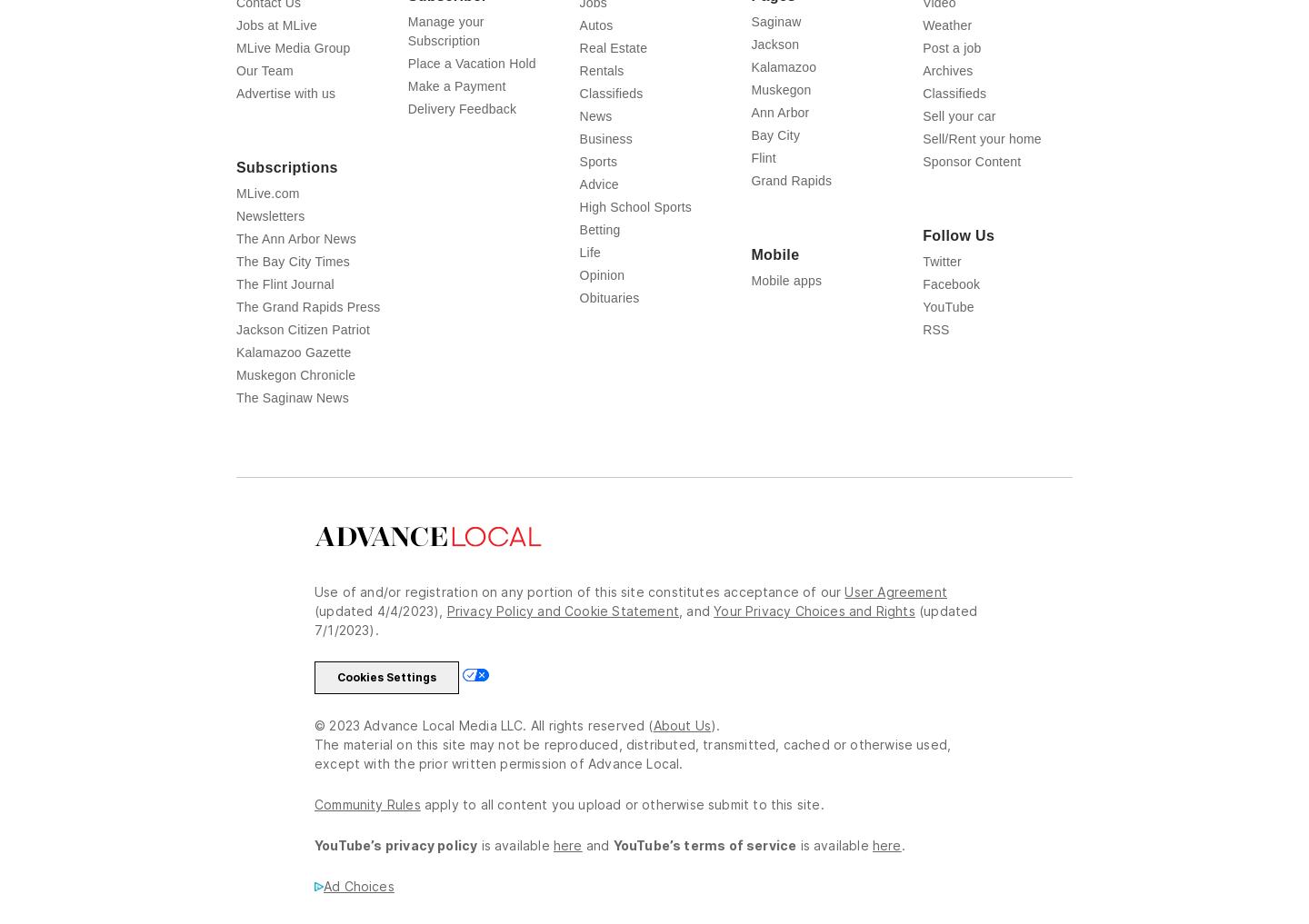 The height and width of the screenshot is (924, 1309). Describe the element at coordinates (958, 234) in the screenshot. I see `'Follow Us'` at that location.